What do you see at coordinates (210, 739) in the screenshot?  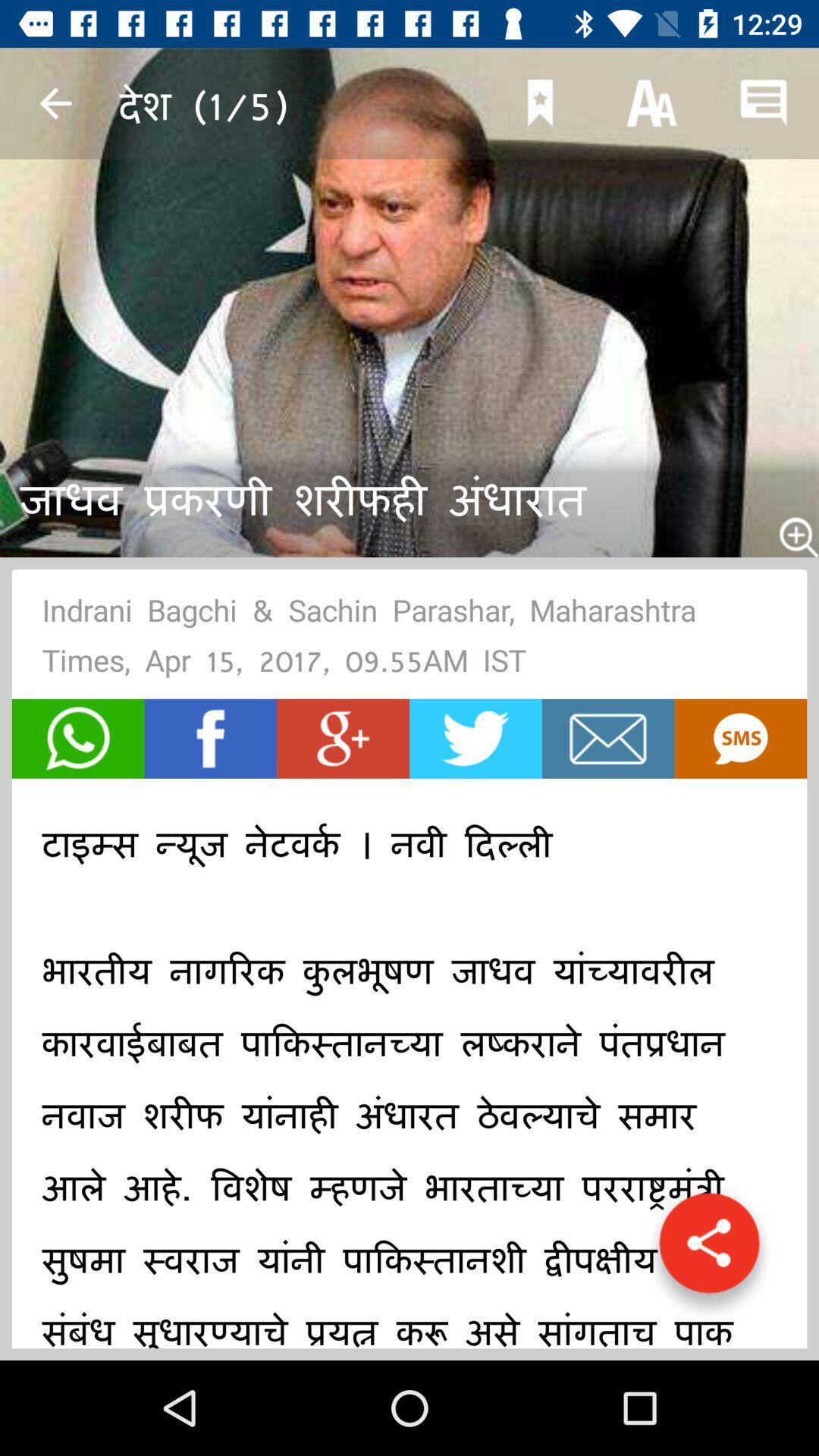 I see `share in facebook` at bounding box center [210, 739].